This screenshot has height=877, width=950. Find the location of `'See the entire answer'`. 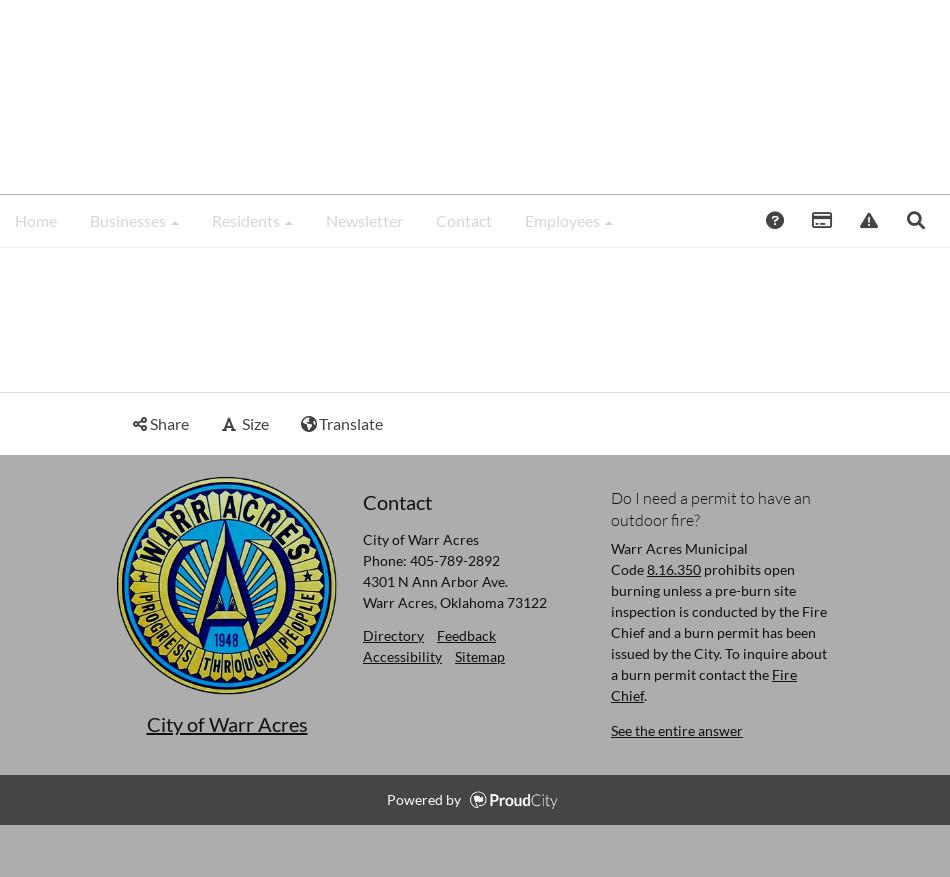

'See the entire answer' is located at coordinates (676, 728).